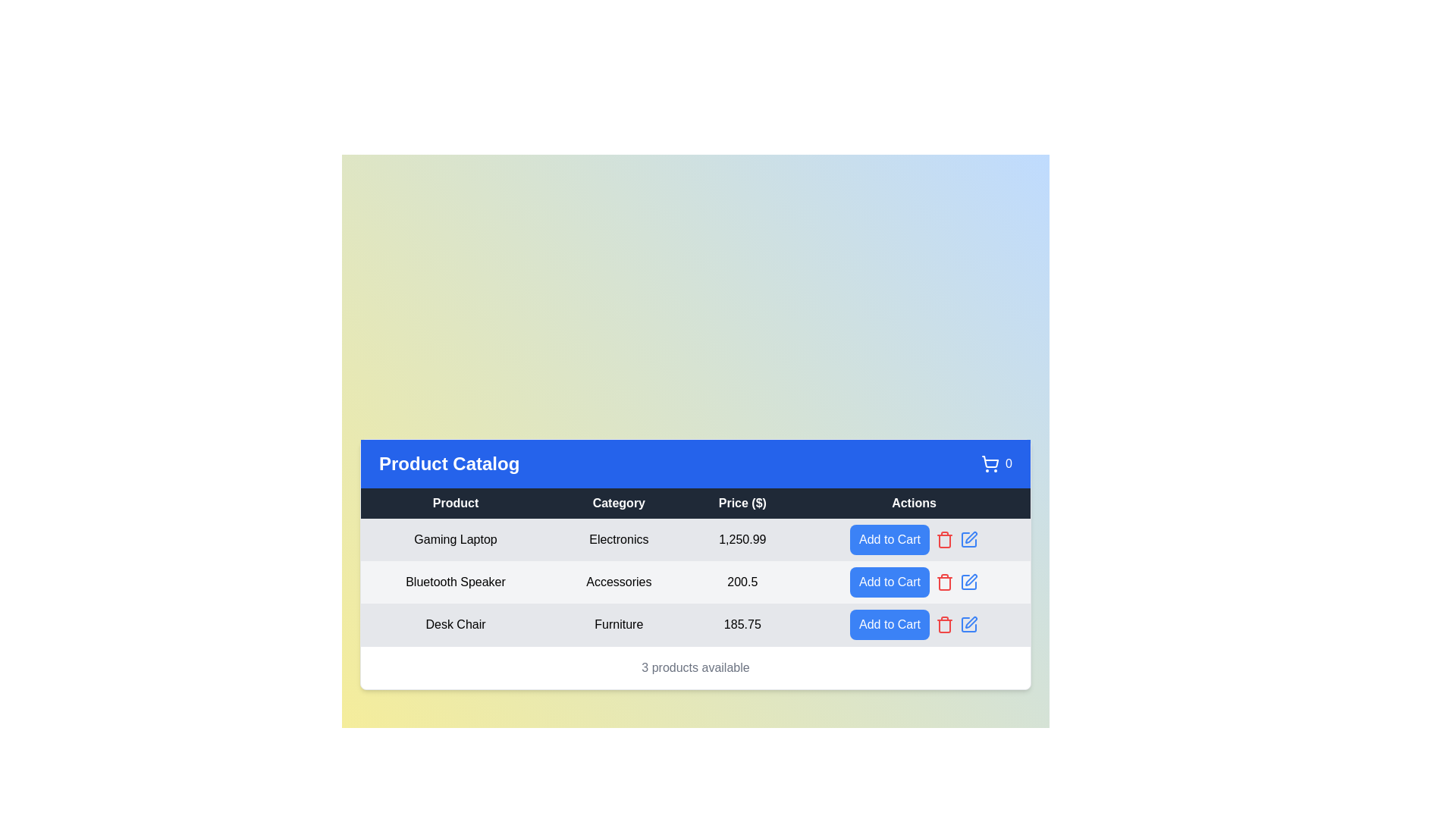 The width and height of the screenshot is (1456, 819). What do you see at coordinates (454, 538) in the screenshot?
I see `the 'Gaming Laptop' text label in the first column of the product catalog table, which serves as an identifier for the item` at bounding box center [454, 538].